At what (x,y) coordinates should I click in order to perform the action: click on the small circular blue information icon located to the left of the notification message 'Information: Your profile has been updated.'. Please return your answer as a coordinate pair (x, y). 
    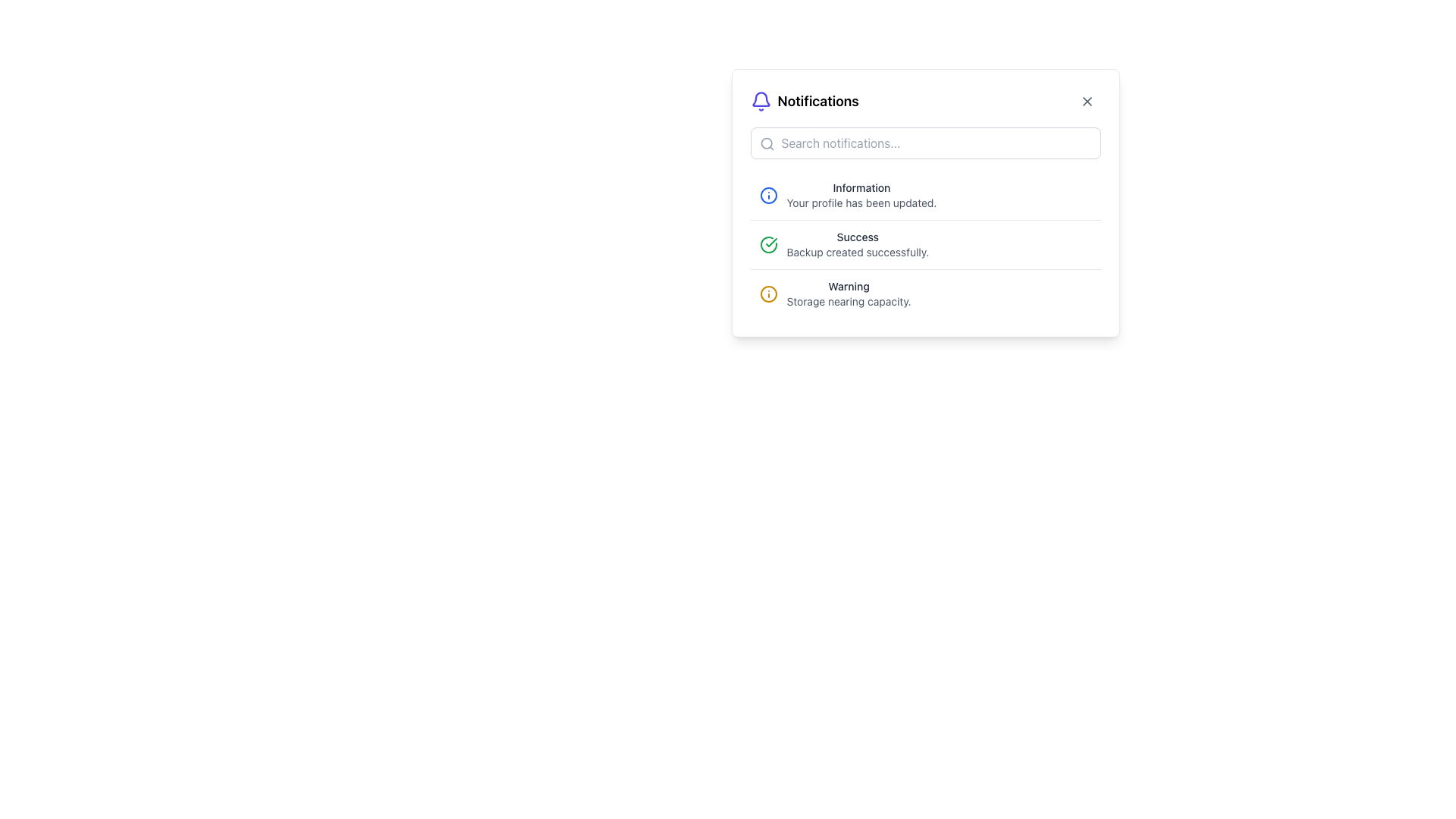
    Looking at the image, I should click on (768, 195).